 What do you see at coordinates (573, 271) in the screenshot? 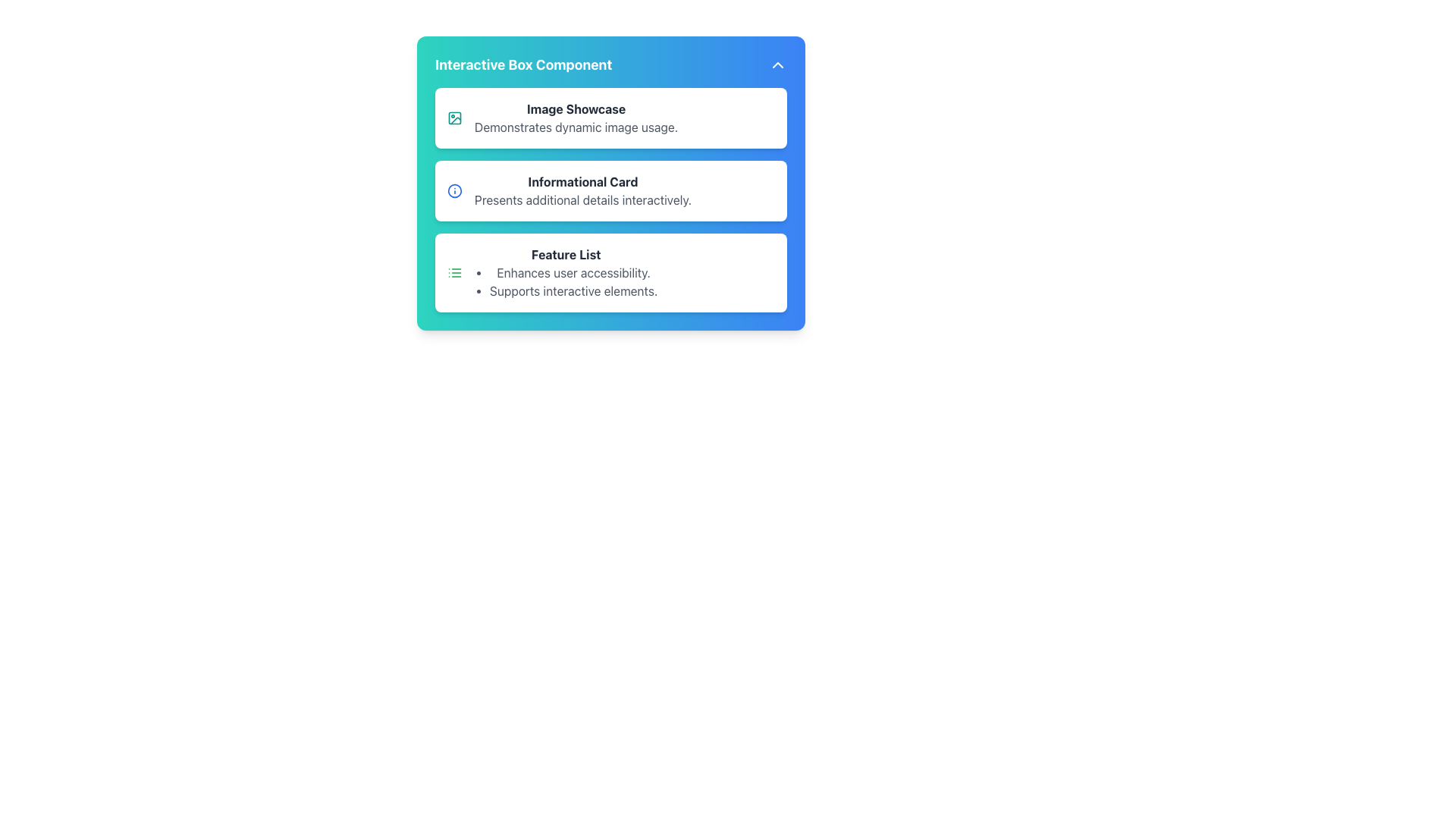
I see `the text element that reads 'Enhances user accessibility.' which is the first item in the bulleted list under the 'Feature List' section` at bounding box center [573, 271].